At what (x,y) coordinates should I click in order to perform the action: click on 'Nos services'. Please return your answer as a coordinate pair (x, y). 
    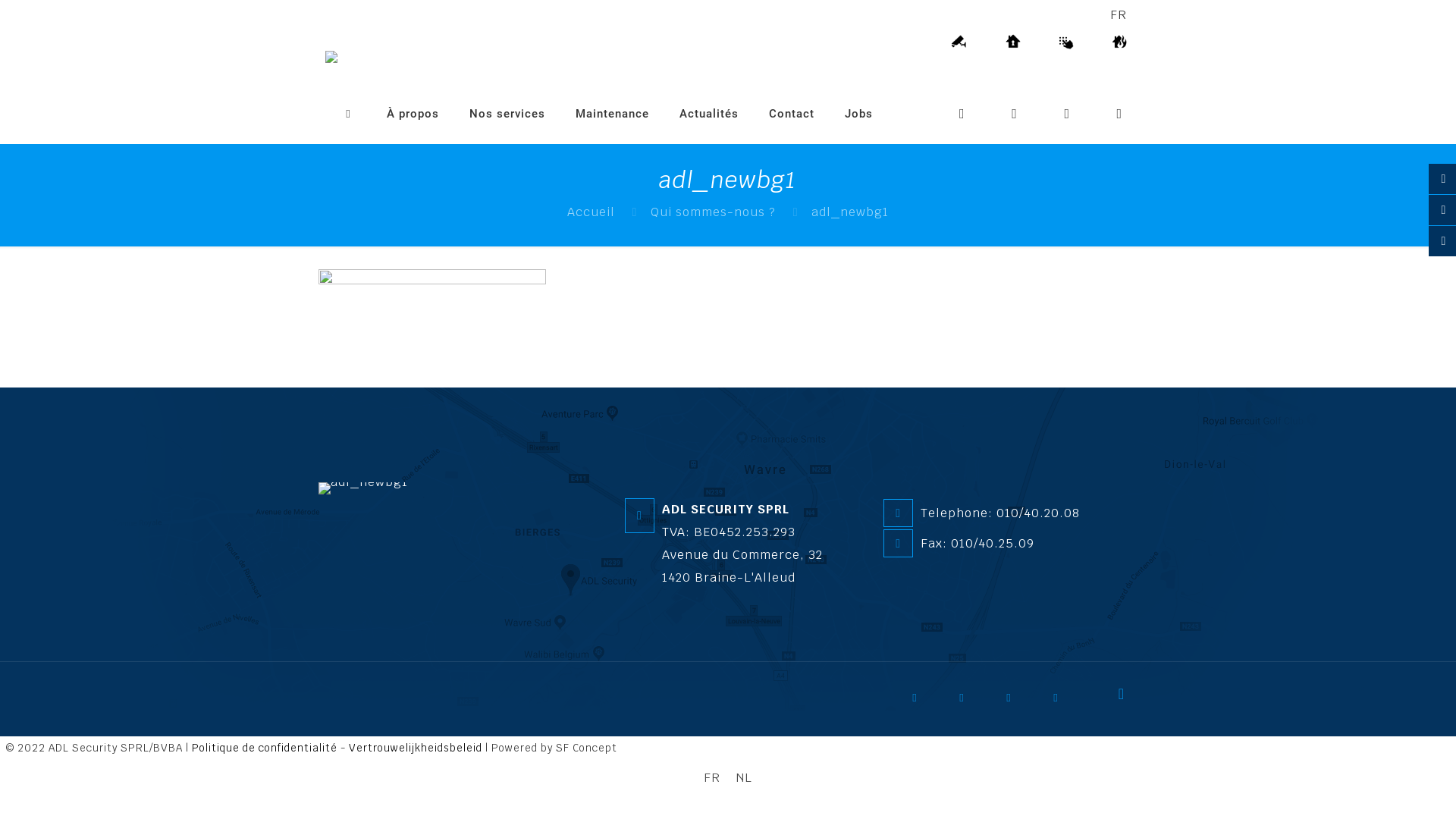
    Looking at the image, I should click on (507, 113).